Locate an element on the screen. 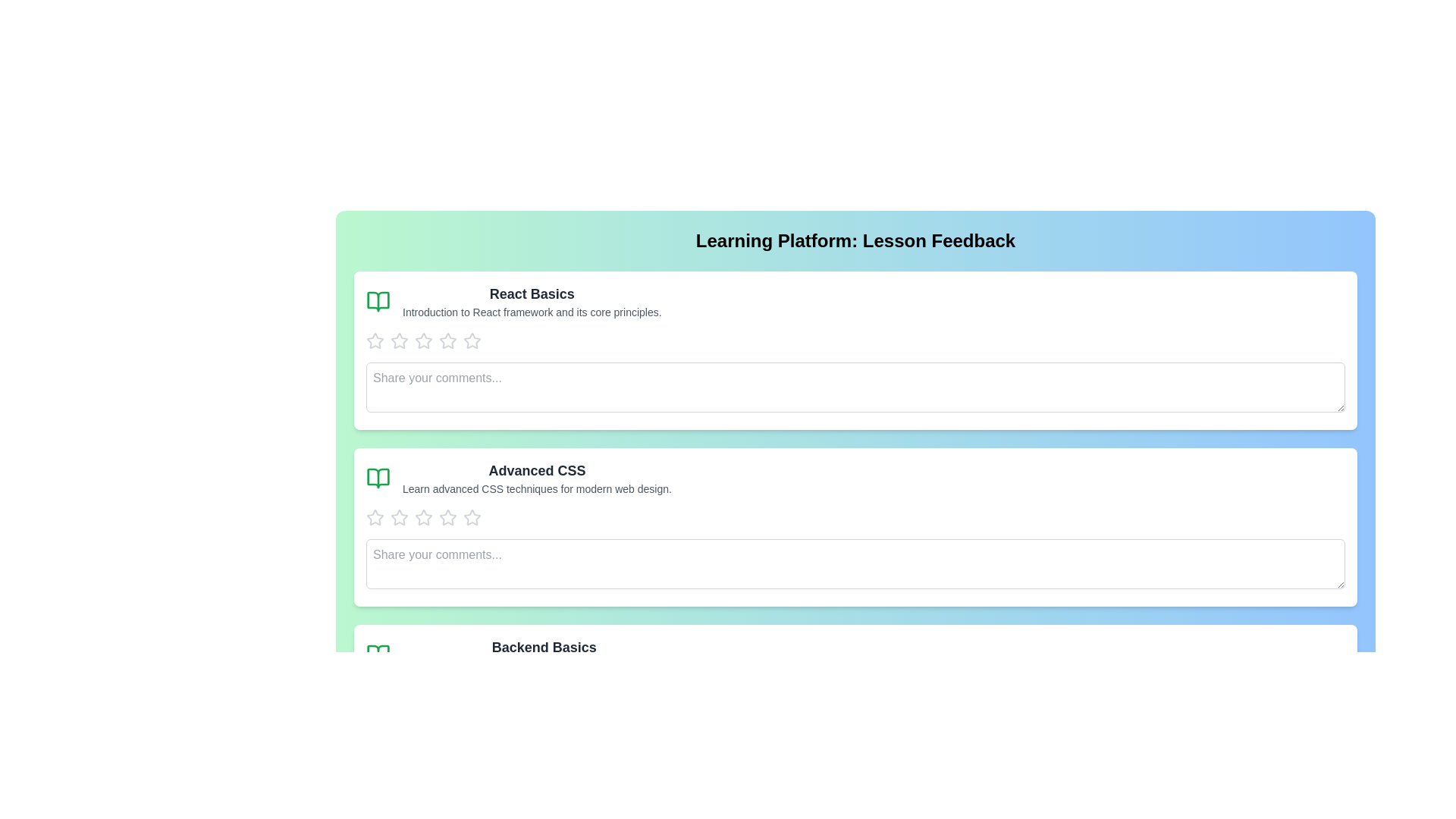  the bold text label 'React Basics' is located at coordinates (532, 294).